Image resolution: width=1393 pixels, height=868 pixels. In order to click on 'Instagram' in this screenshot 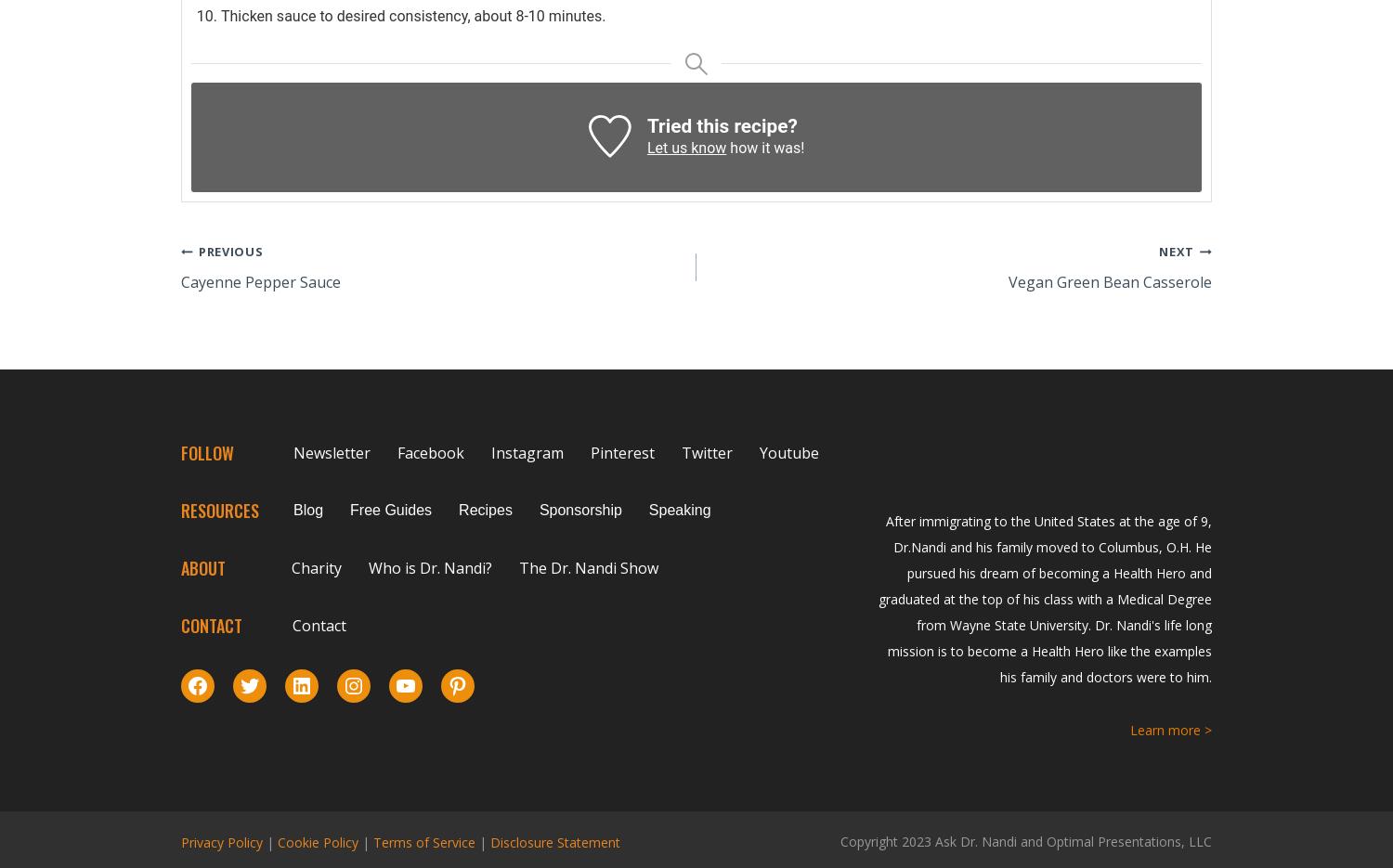, I will do `click(527, 452)`.